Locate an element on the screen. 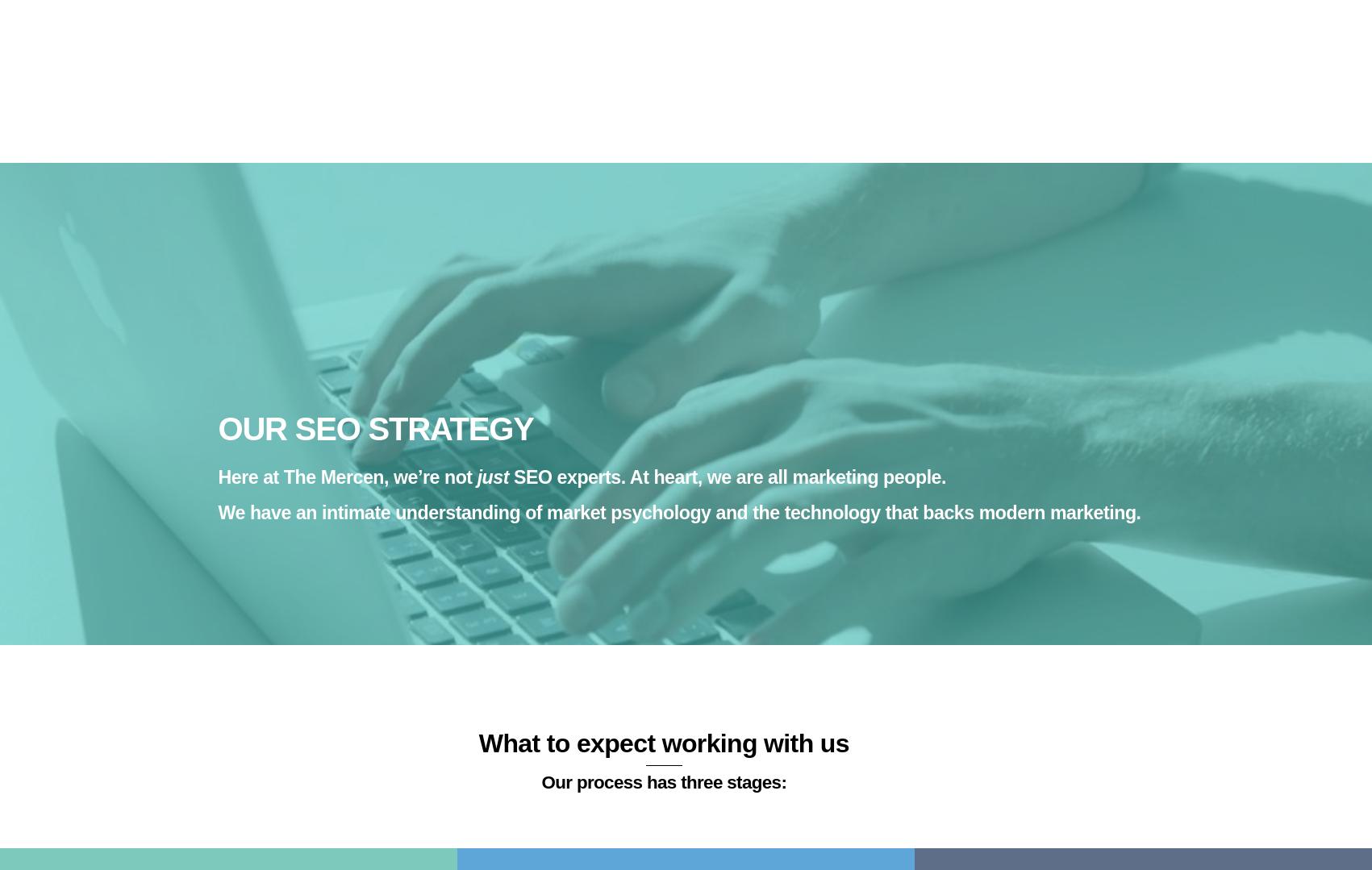  'Link Building Development Campaign' is located at coordinates (344, 341).